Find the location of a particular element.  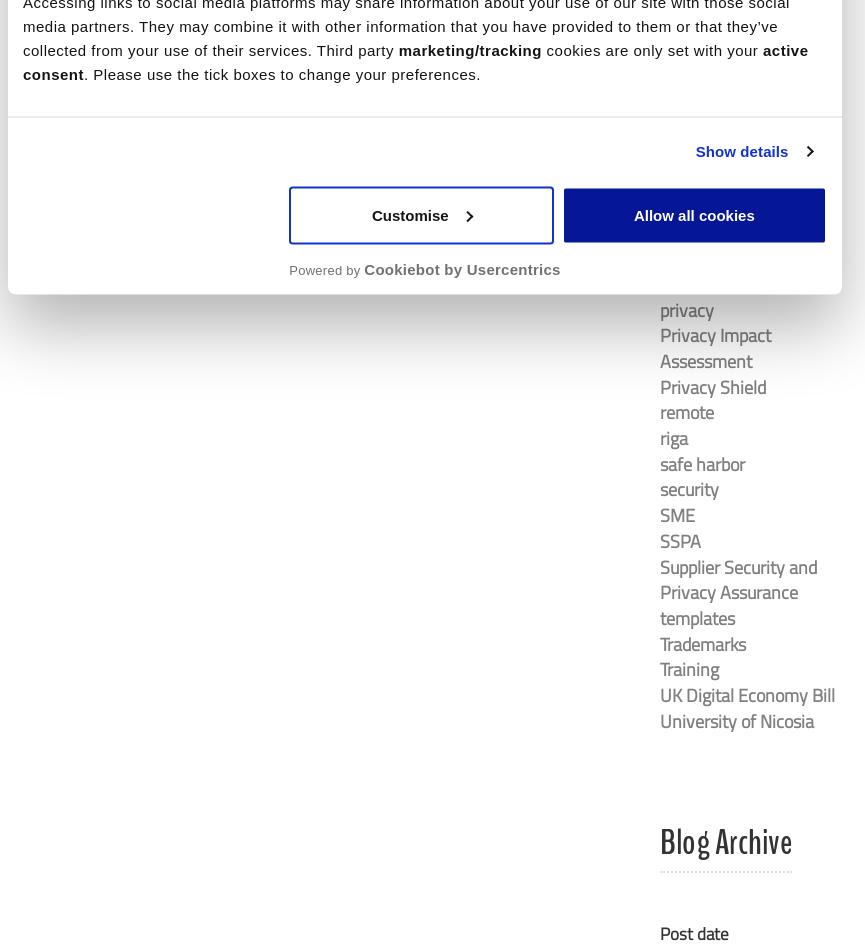

'UK Digital Economy Bill' is located at coordinates (746, 694).